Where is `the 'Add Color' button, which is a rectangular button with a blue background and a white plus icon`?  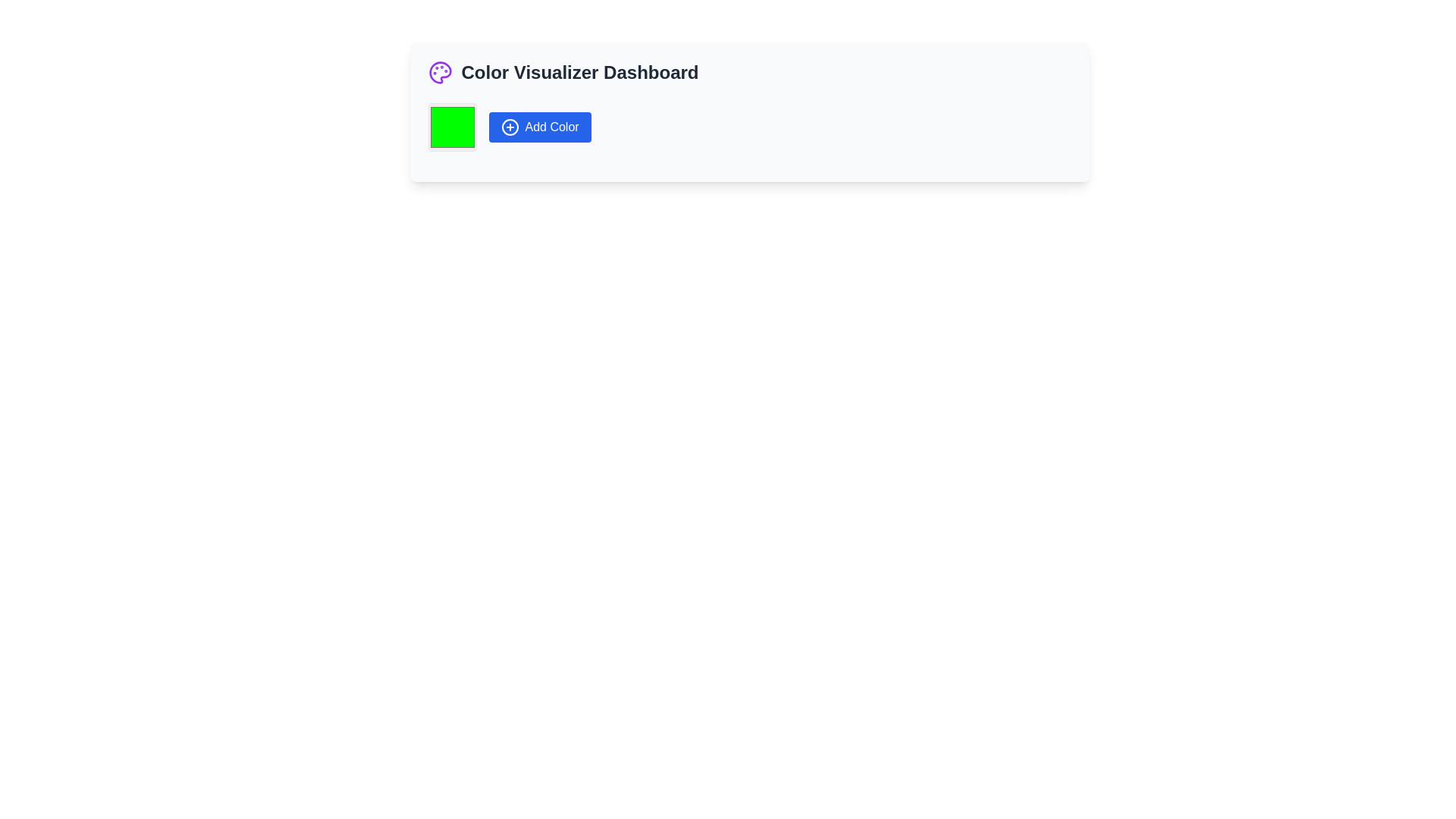 the 'Add Color' button, which is a rectangular button with a blue background and a white plus icon is located at coordinates (540, 127).